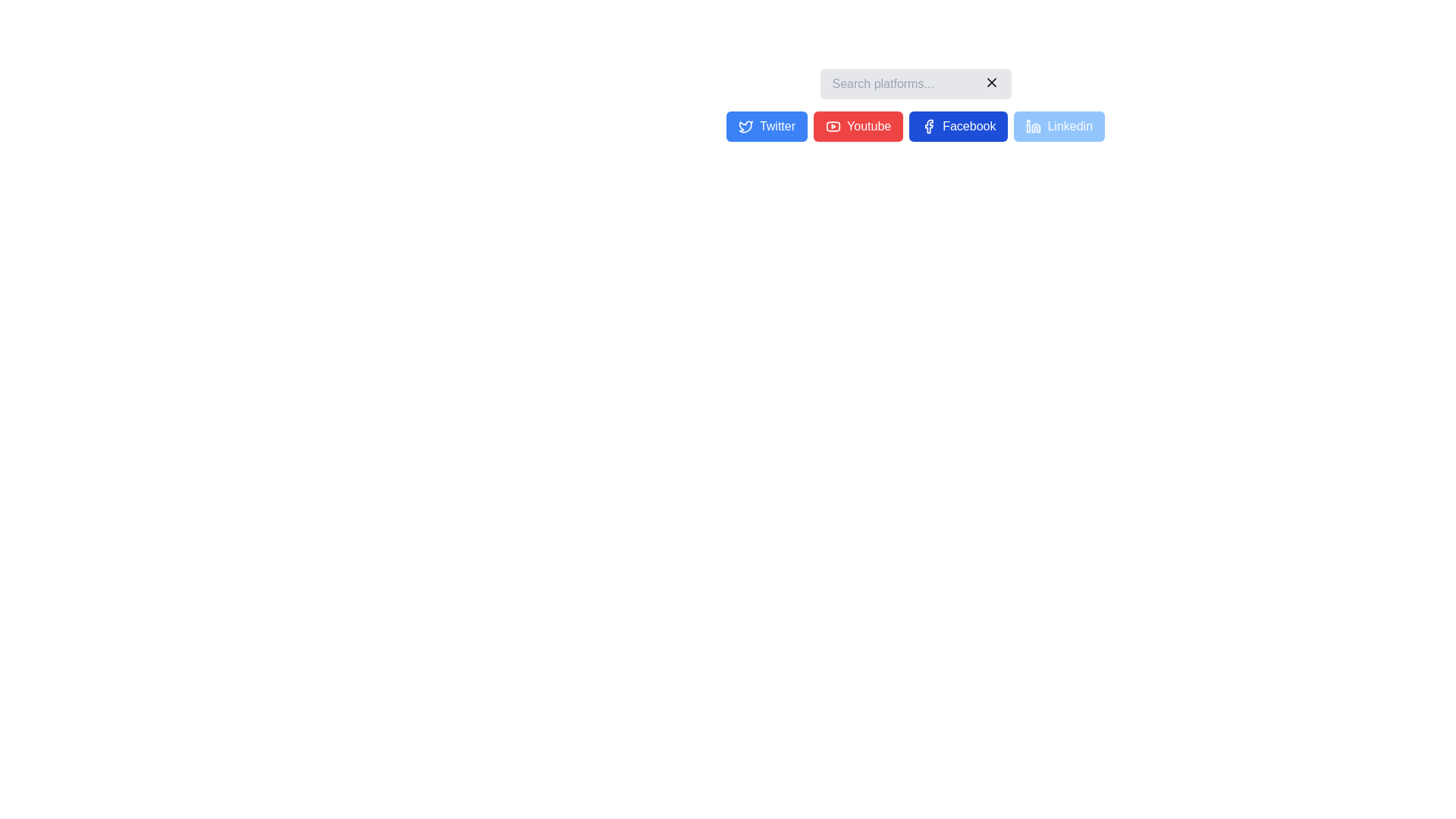  Describe the element at coordinates (767, 125) in the screenshot. I see `the Twitter button located at the top-right section of the interface` at that location.